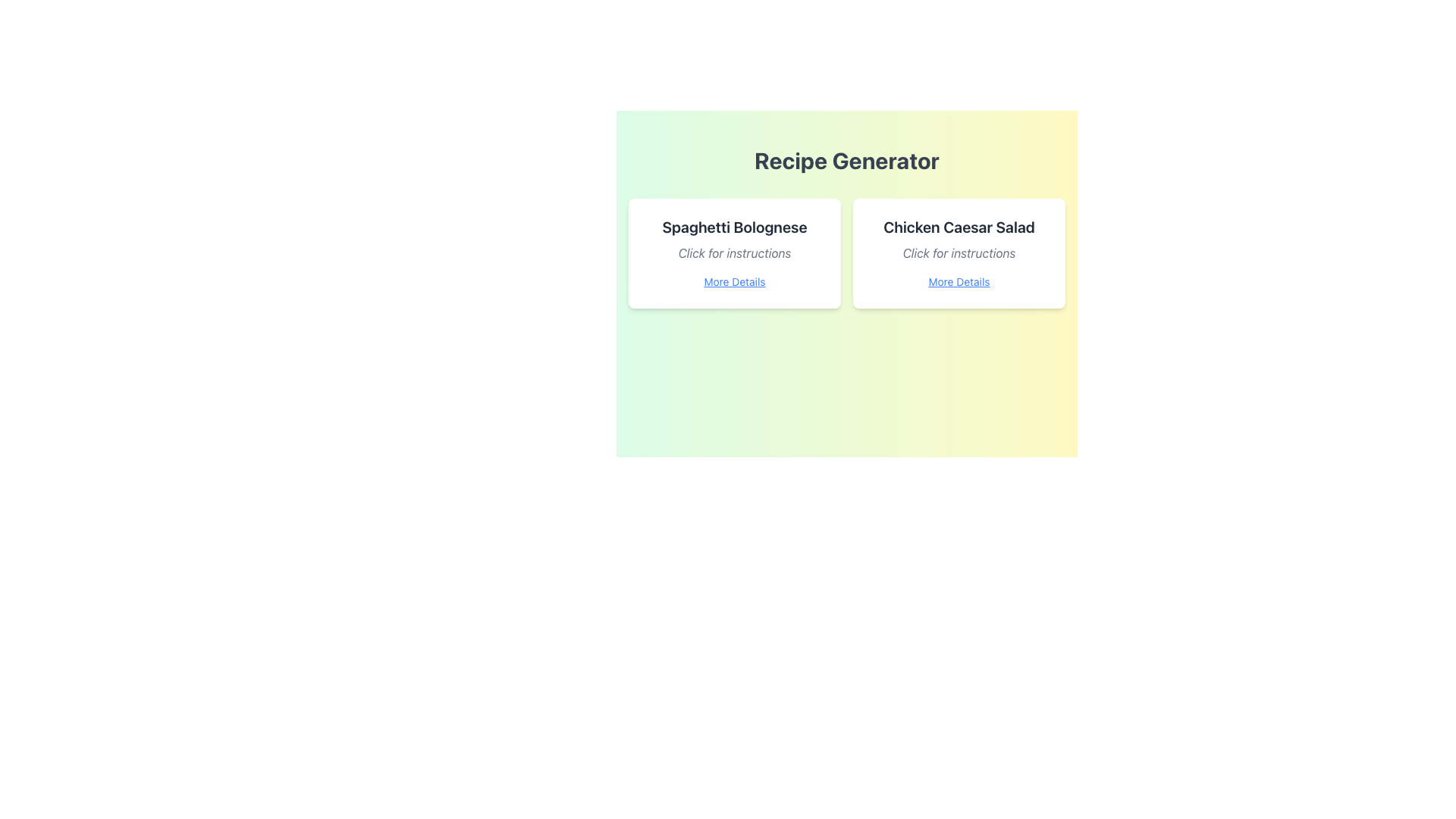  Describe the element at coordinates (735, 253) in the screenshot. I see `the static text element located below the 'Spaghetti Bolognese' header and above the 'More Details' link` at that location.